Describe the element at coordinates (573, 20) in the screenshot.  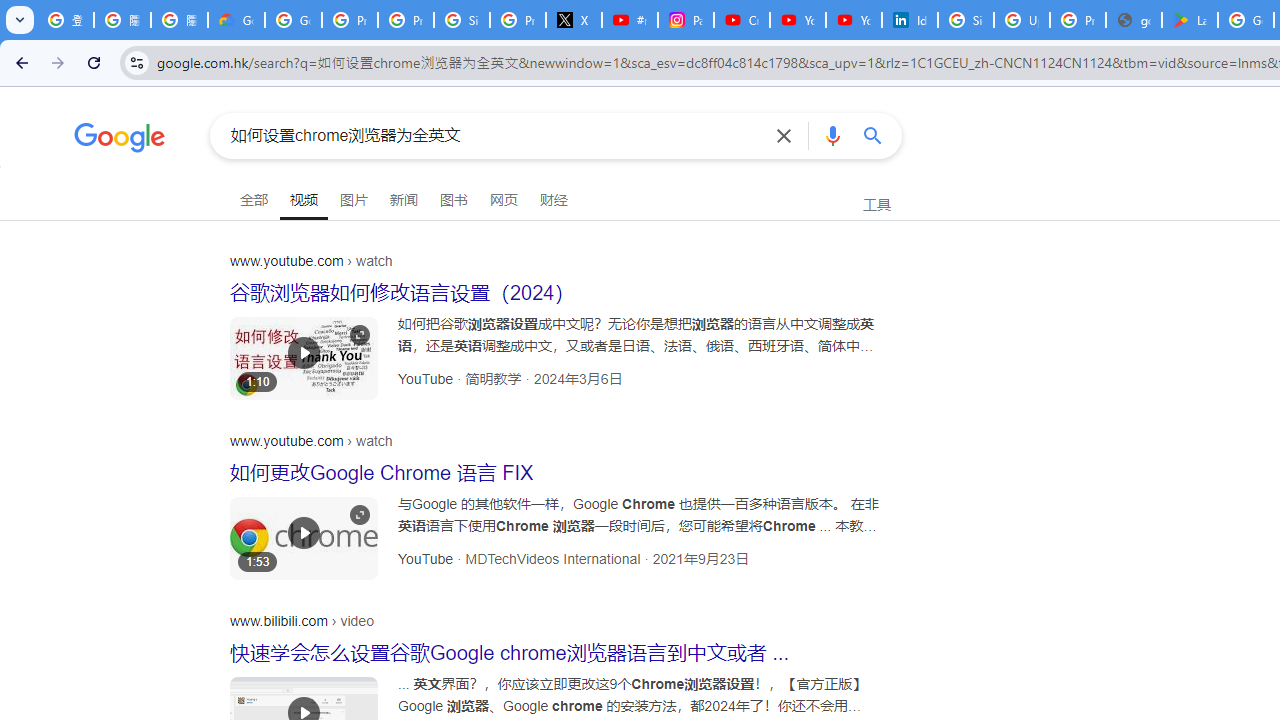
I see `'X'` at that location.